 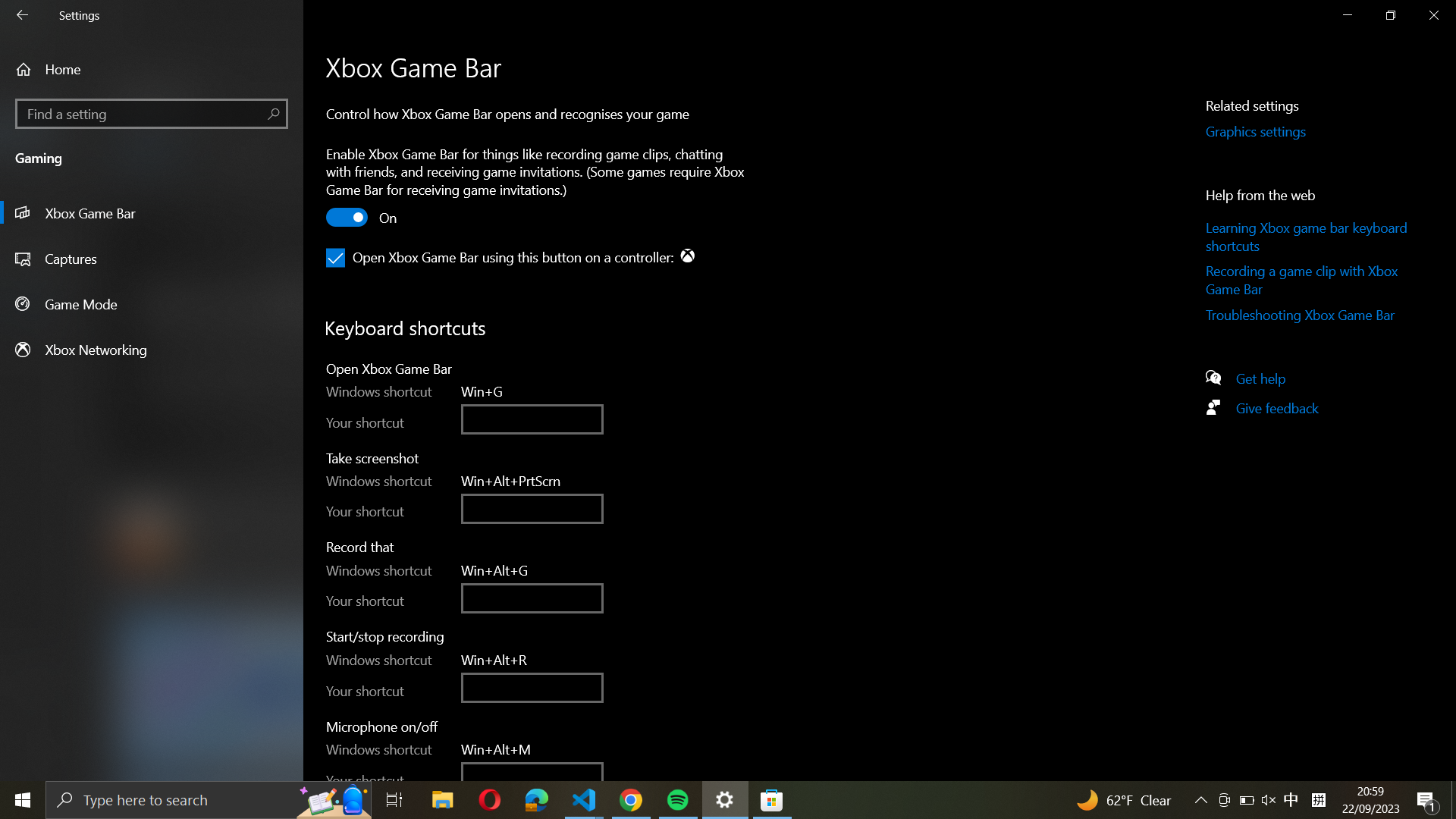 I want to click on the network settings on Xbox, so click(x=152, y=349).